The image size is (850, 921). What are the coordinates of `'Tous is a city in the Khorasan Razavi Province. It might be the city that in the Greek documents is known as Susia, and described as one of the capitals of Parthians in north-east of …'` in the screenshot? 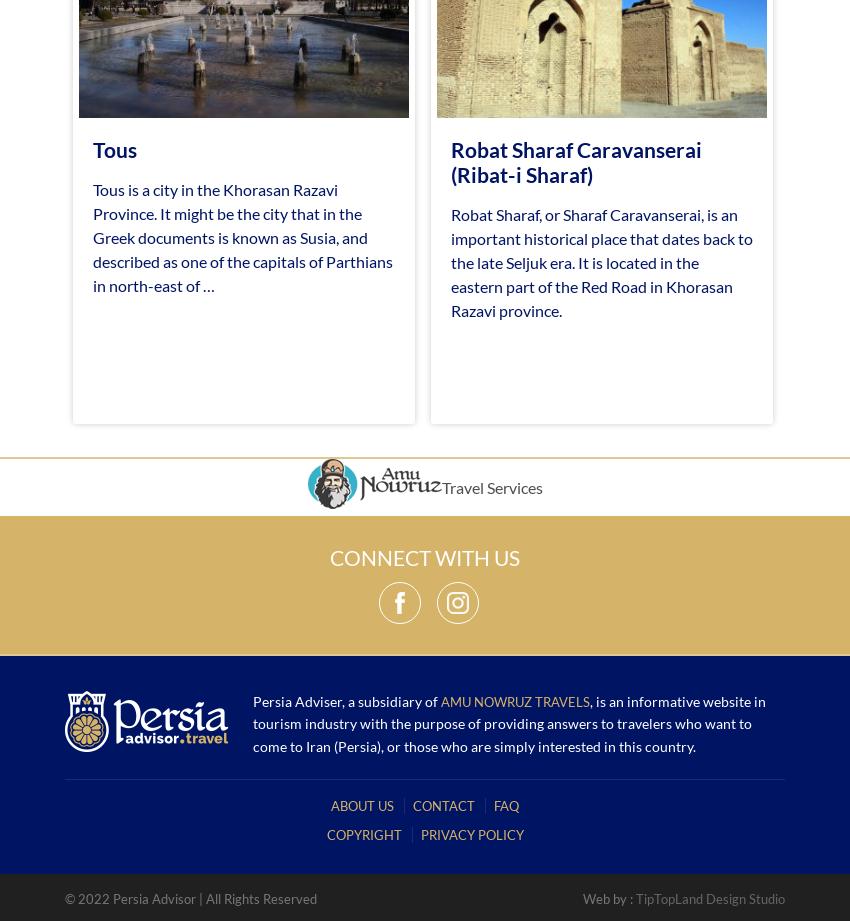 It's located at (243, 236).